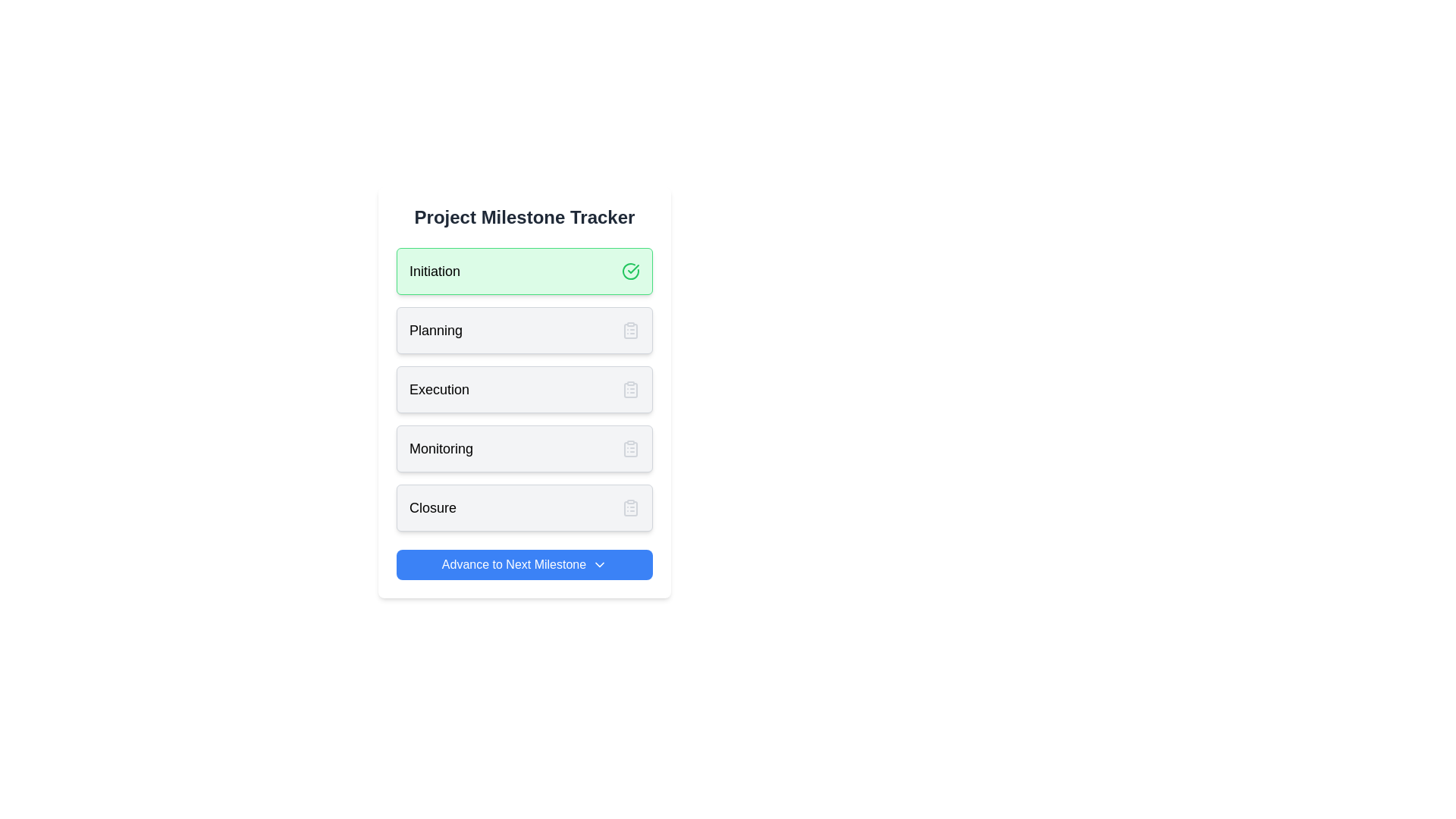  I want to click on the text element labeled 'Monitoring', which is the title of the fourth milestone stage in the Project Milestone Tracker interface, so click(440, 447).